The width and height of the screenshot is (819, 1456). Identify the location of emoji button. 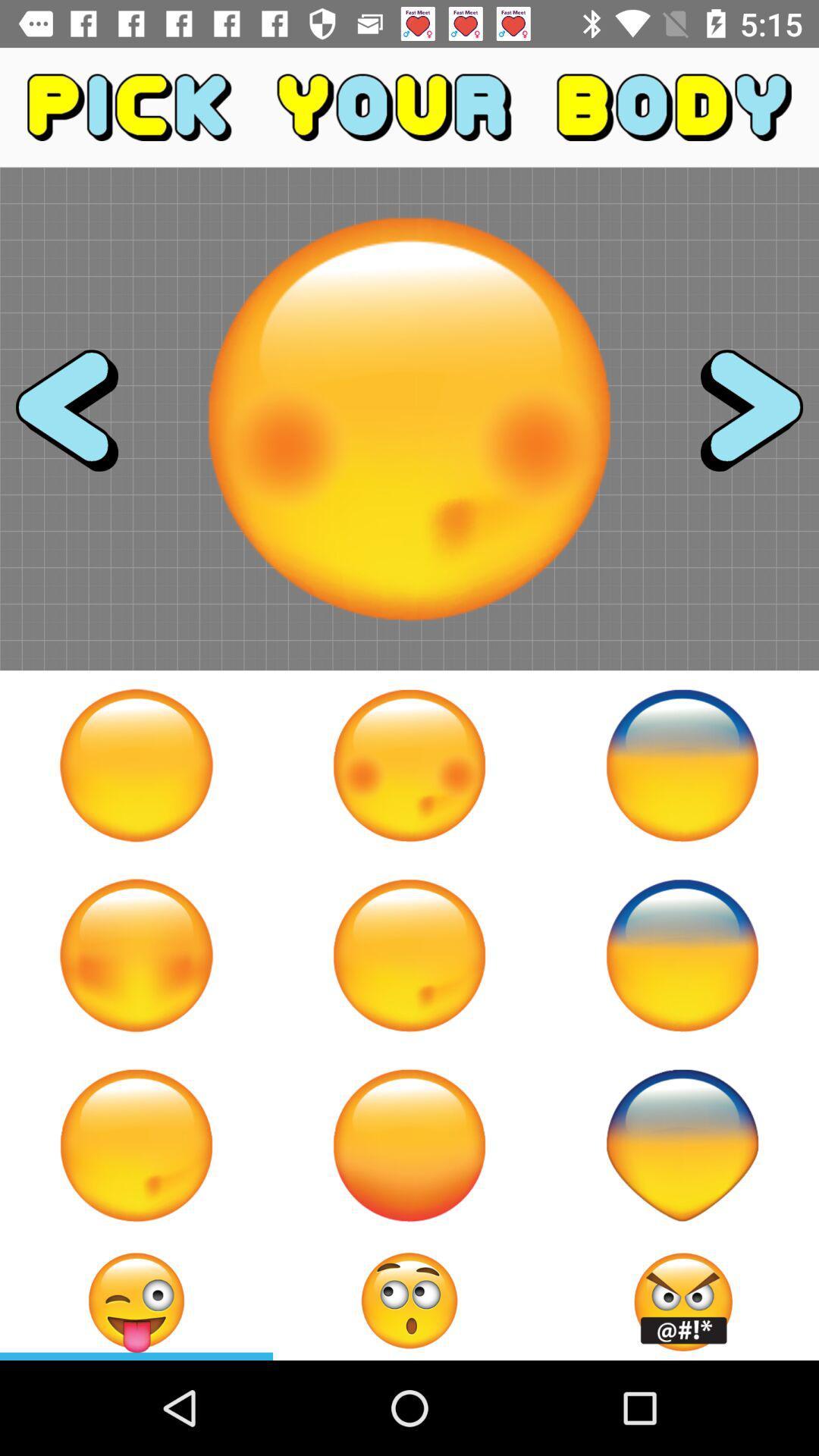
(409, 954).